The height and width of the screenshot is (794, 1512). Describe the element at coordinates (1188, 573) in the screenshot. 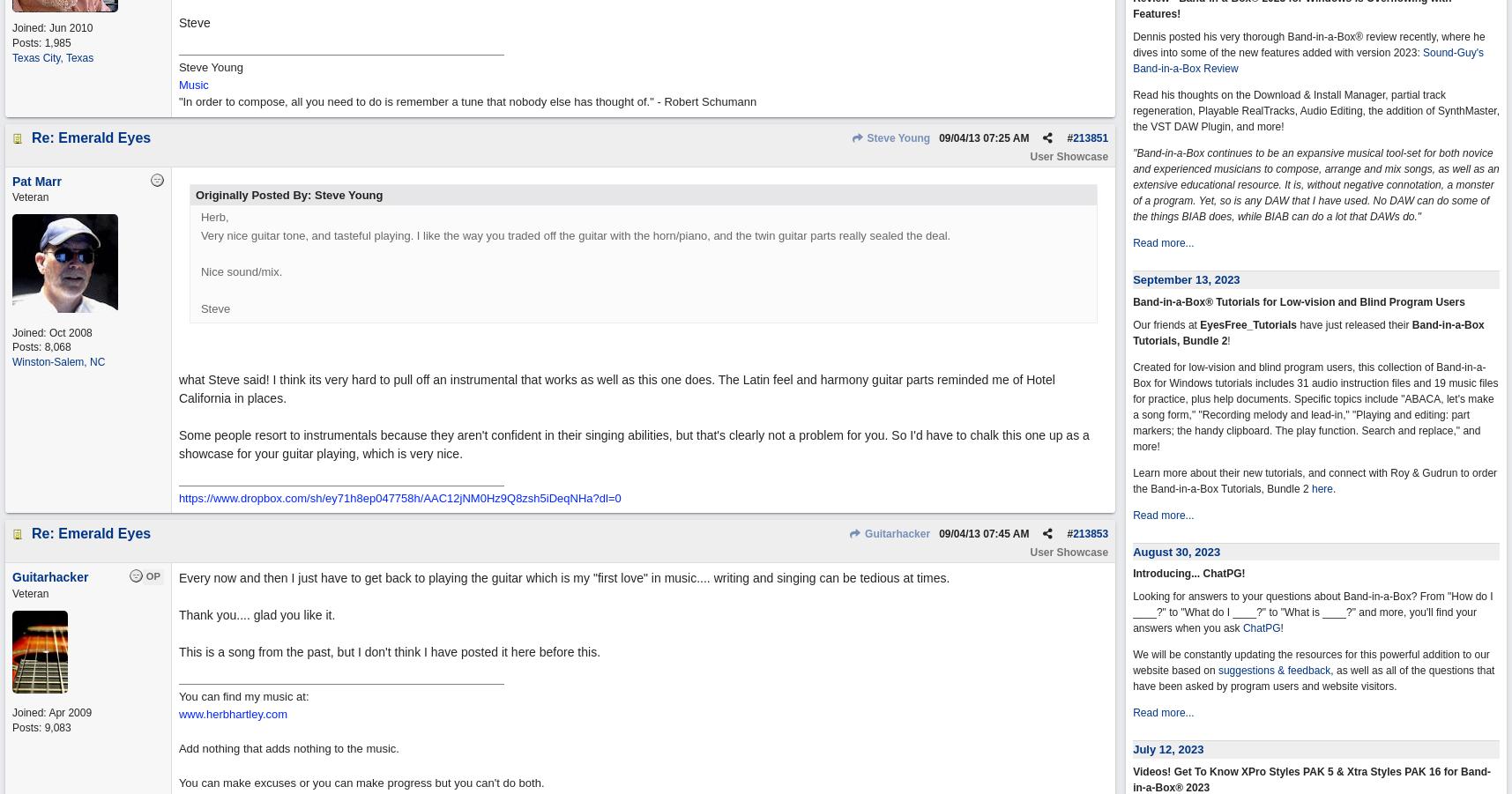

I see `'Introducing... ChatPG!'` at that location.